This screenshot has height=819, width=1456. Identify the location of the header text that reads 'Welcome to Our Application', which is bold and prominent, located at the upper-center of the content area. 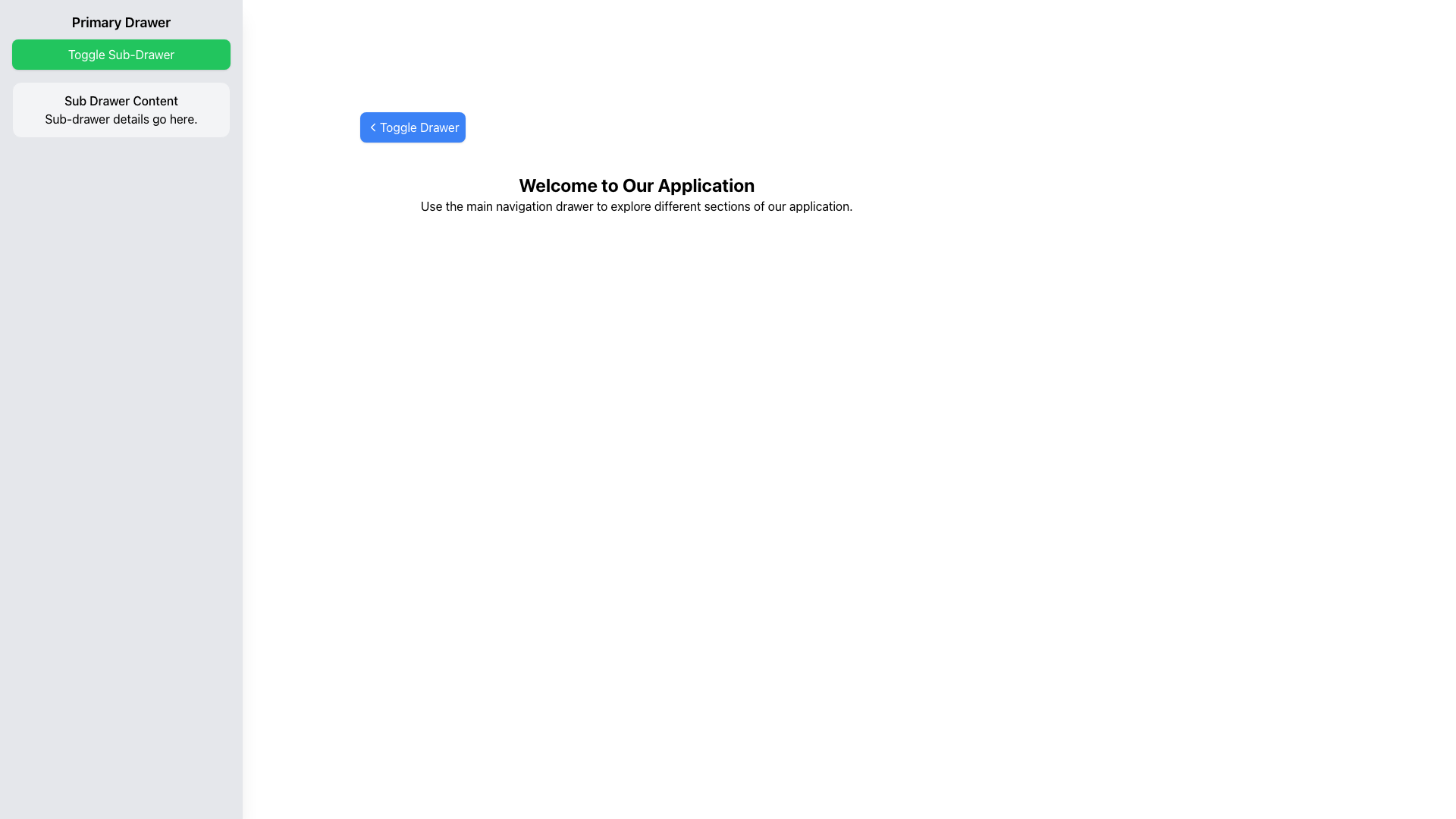
(636, 184).